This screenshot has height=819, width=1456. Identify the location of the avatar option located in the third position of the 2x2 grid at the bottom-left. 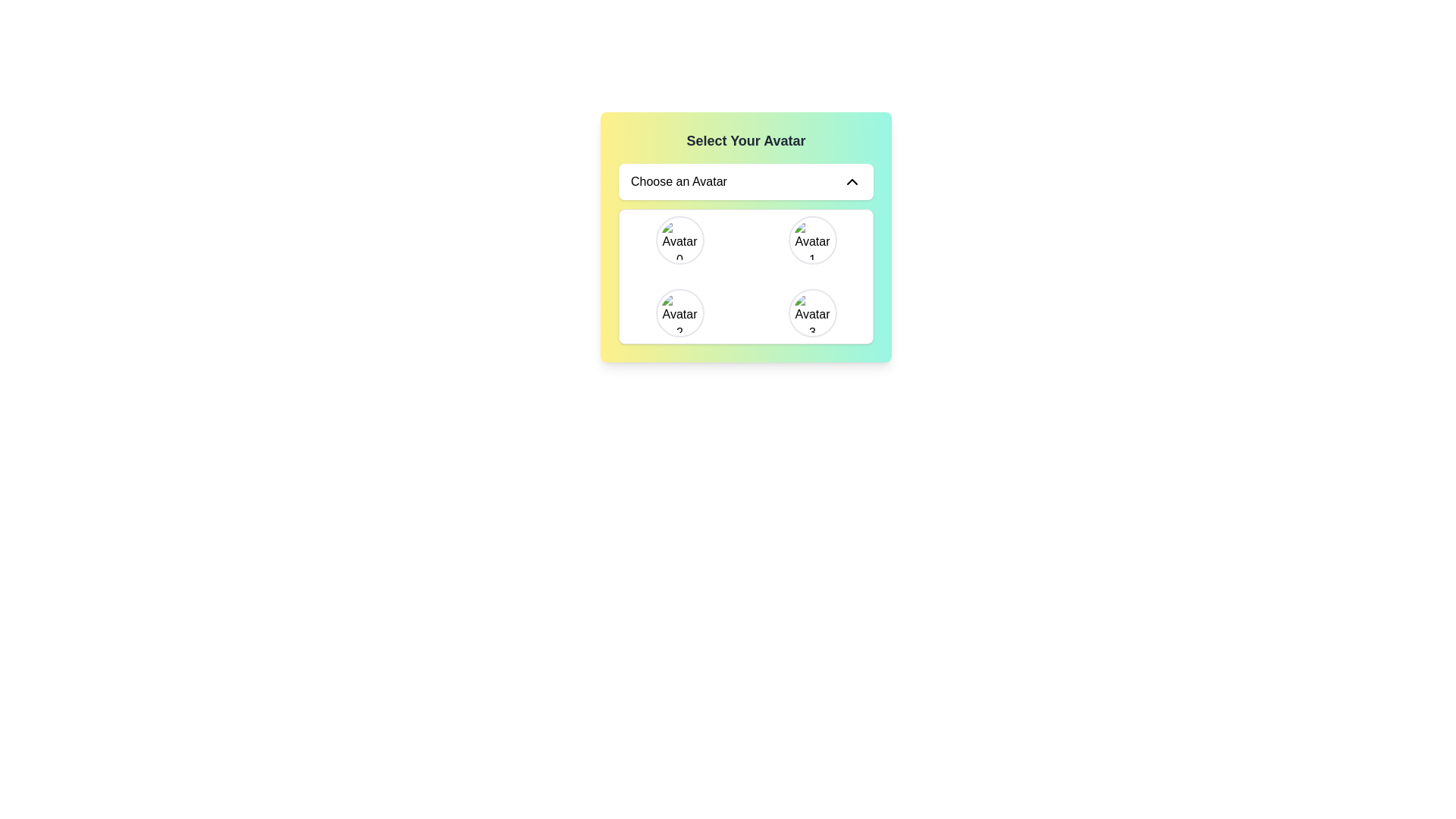
(679, 312).